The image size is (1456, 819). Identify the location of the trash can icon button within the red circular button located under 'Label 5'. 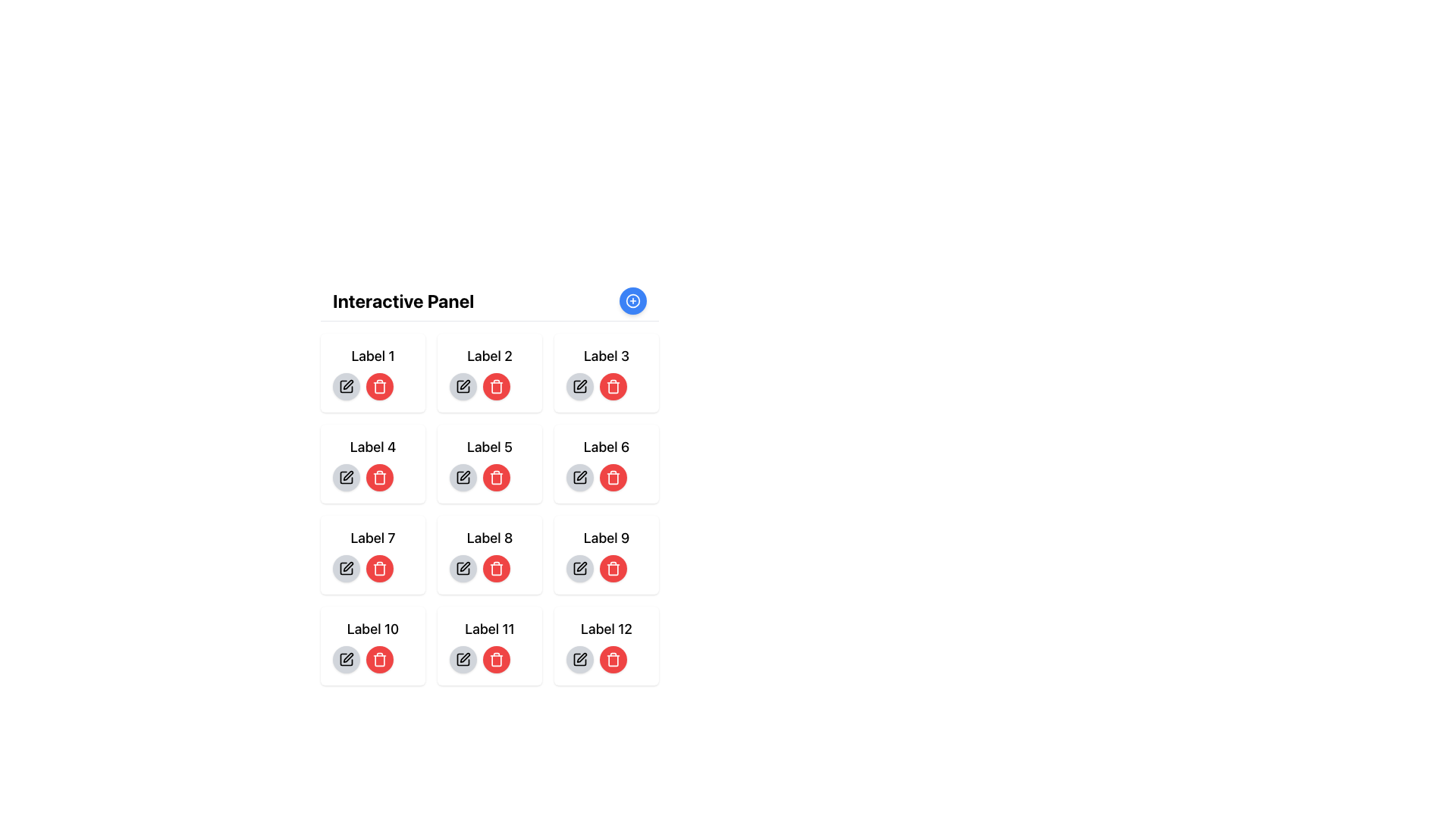
(496, 476).